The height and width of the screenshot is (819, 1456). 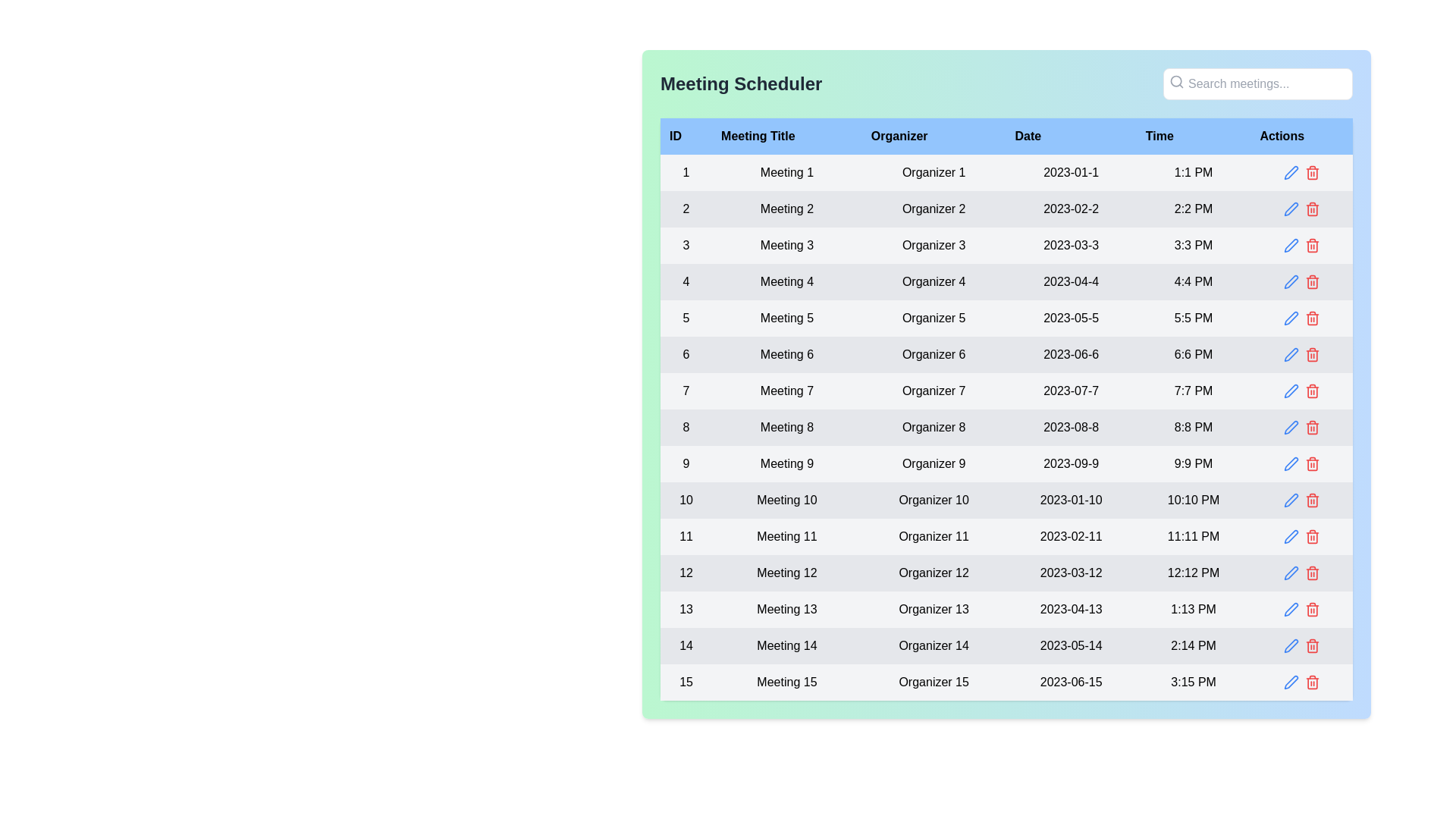 What do you see at coordinates (1193, 608) in the screenshot?
I see `the text label displaying '1:13 PM' located in the 'Time' column of the table within the row labeled 'Meeting 13'` at bounding box center [1193, 608].